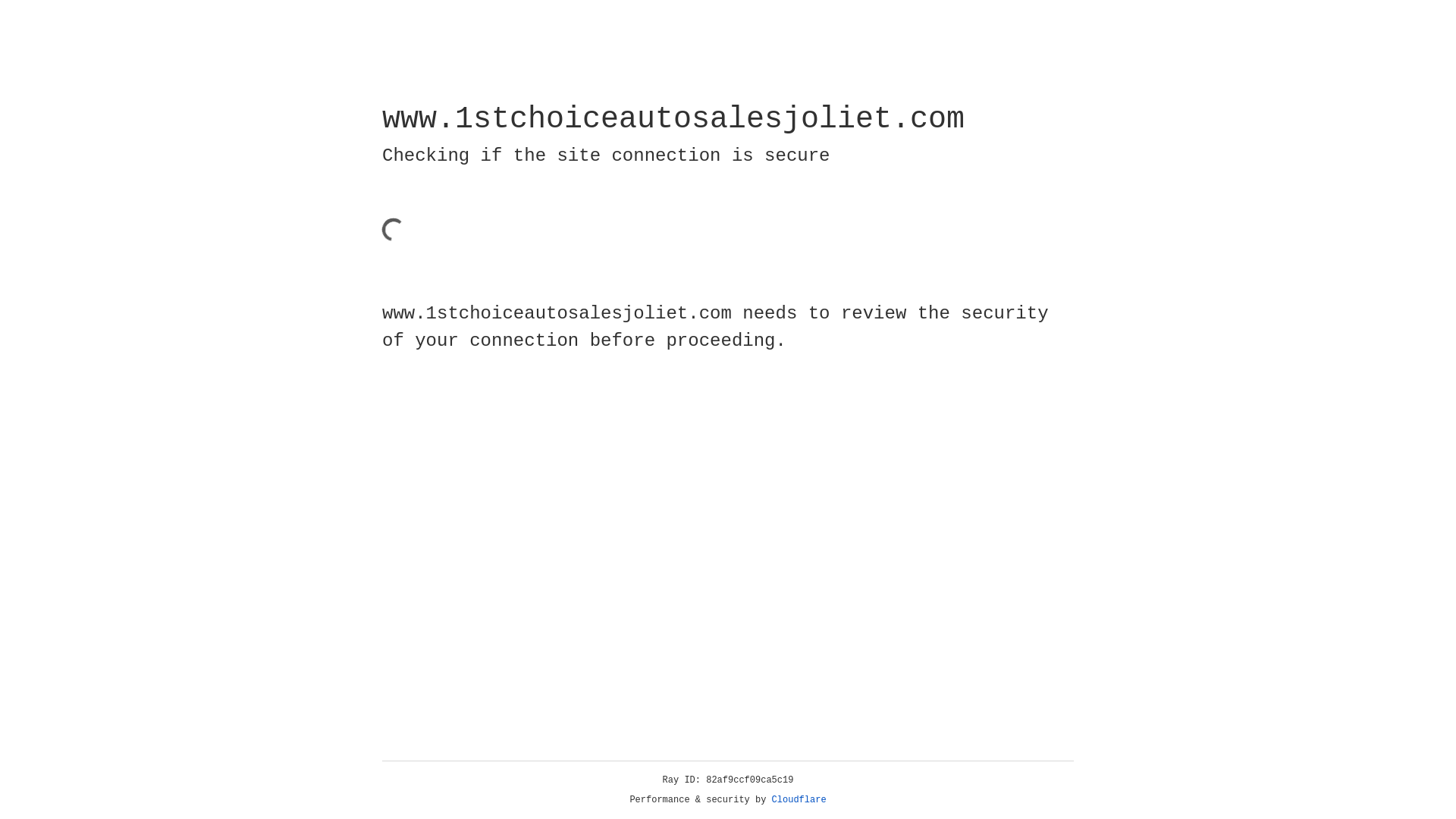  I want to click on 'Cloudflare', so click(799, 799).